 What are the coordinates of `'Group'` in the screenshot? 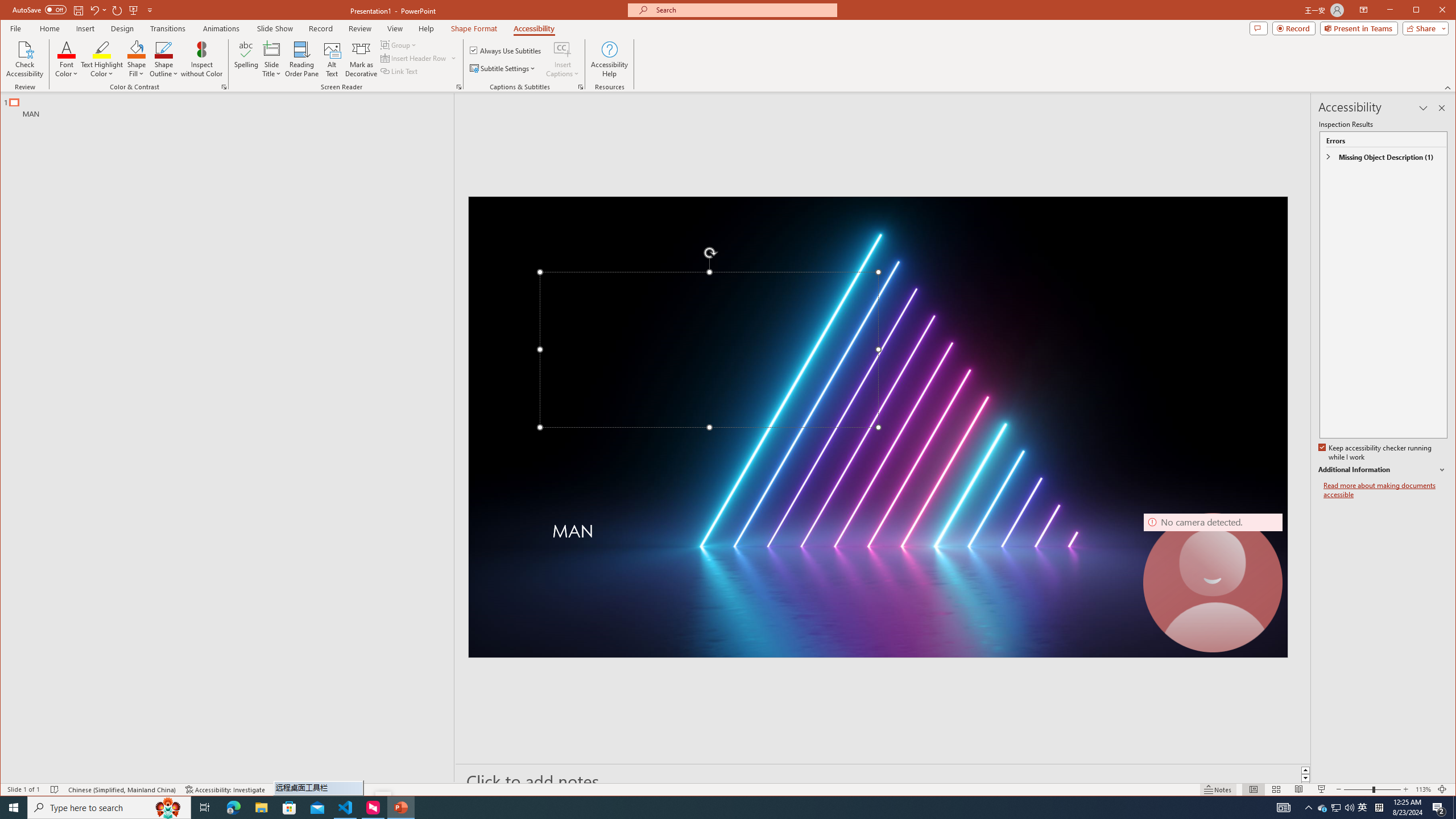 It's located at (399, 44).